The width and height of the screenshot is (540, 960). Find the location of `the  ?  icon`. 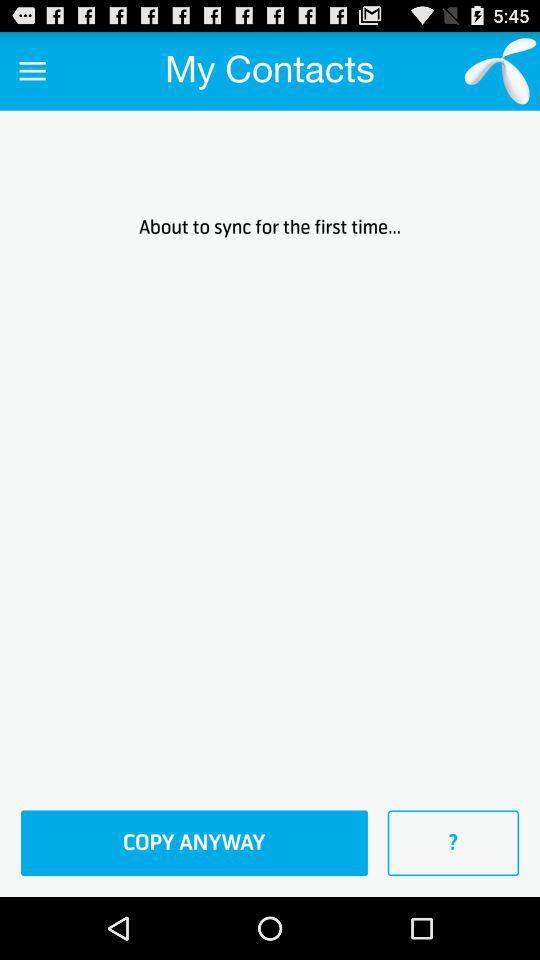

the  ?  icon is located at coordinates (453, 842).